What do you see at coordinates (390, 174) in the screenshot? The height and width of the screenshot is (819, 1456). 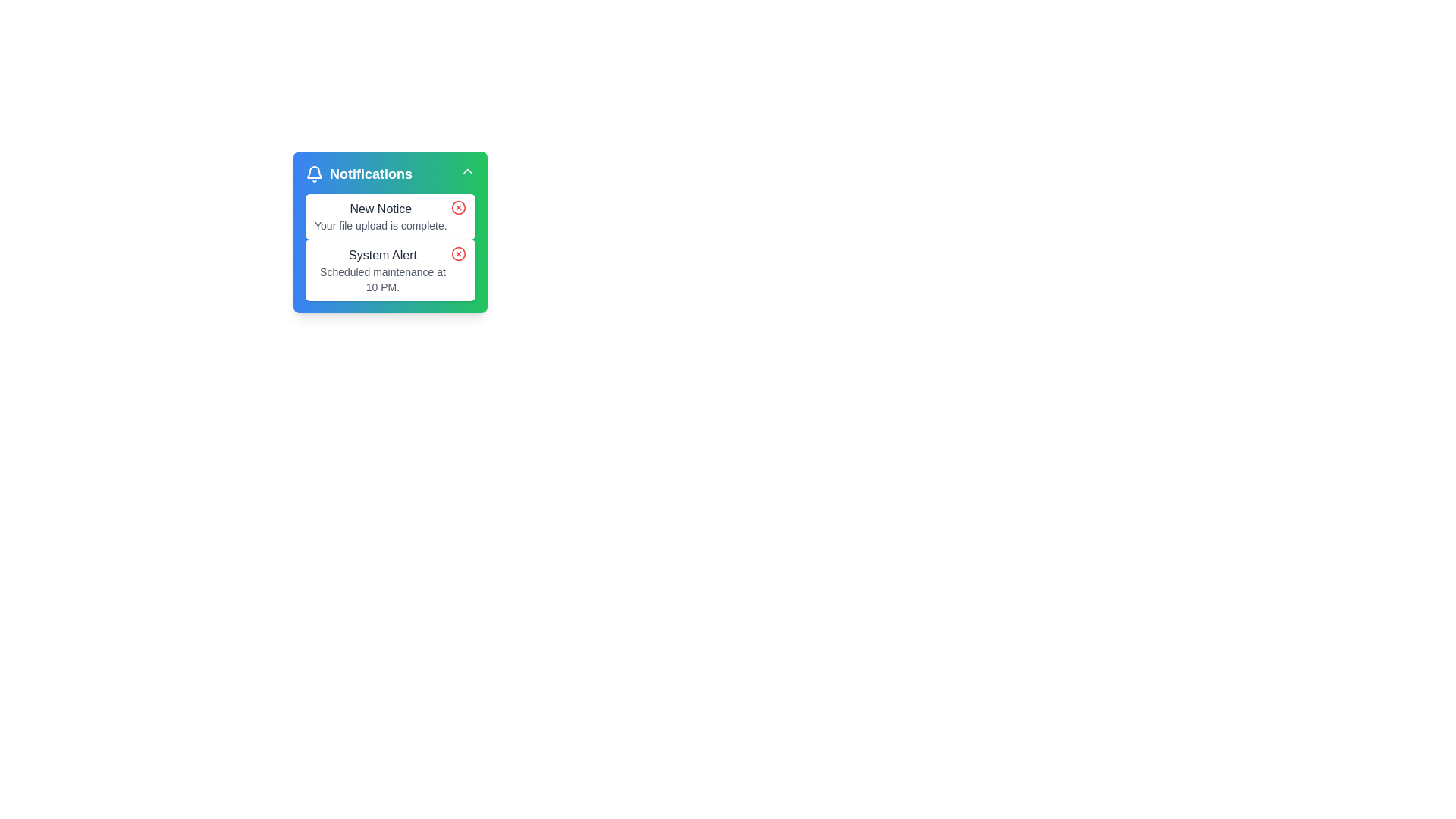 I see `the 'Notifications' header that features a bell icon on the left and an upward-facing arrow on the right` at bounding box center [390, 174].